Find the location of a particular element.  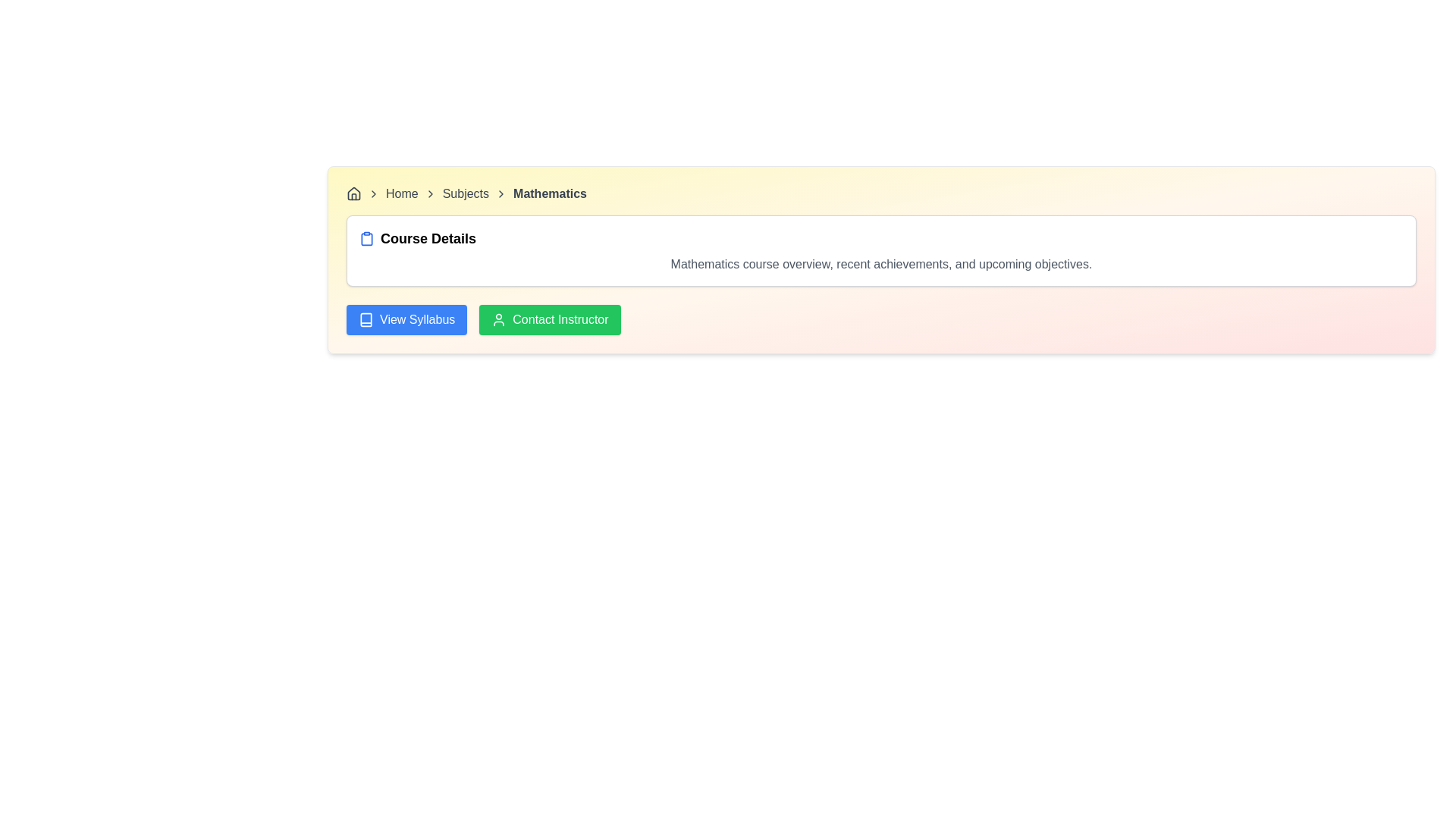

the 'View Syllabus' button which contains the book icon, located at the leftmost position in the bottom row of the content card is located at coordinates (366, 318).